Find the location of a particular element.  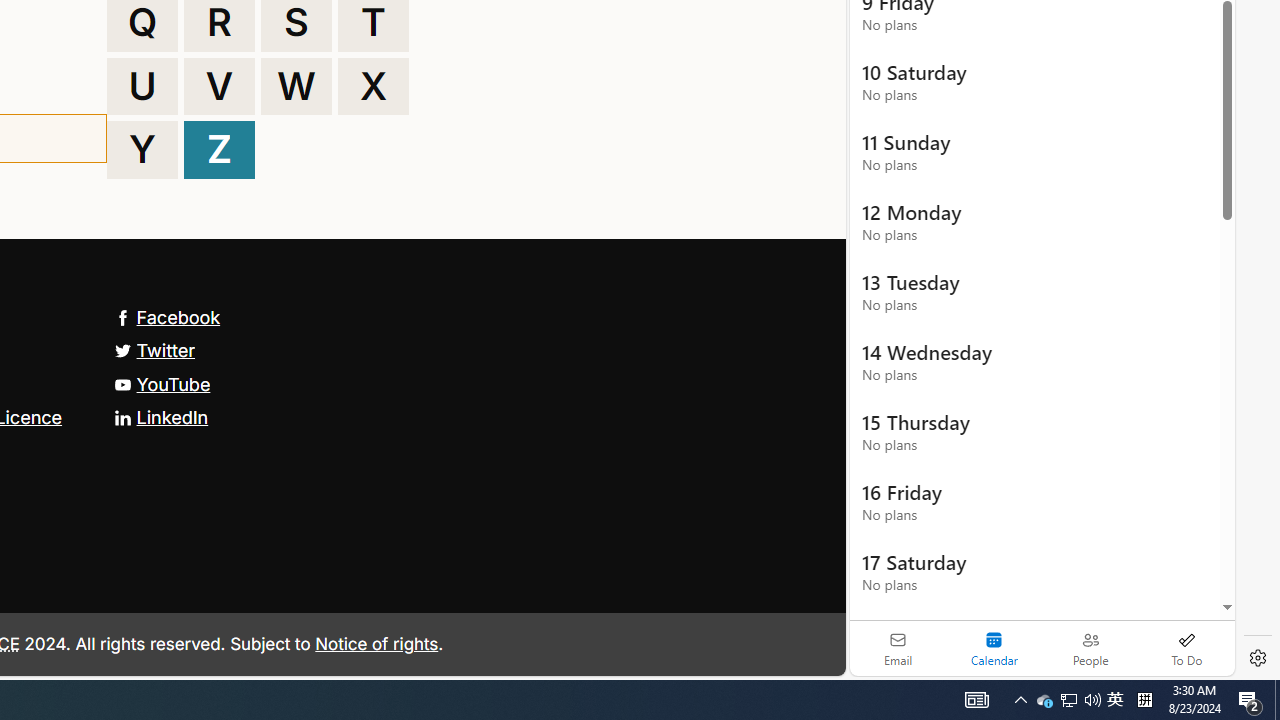

'To Do' is located at coordinates (1186, 648).